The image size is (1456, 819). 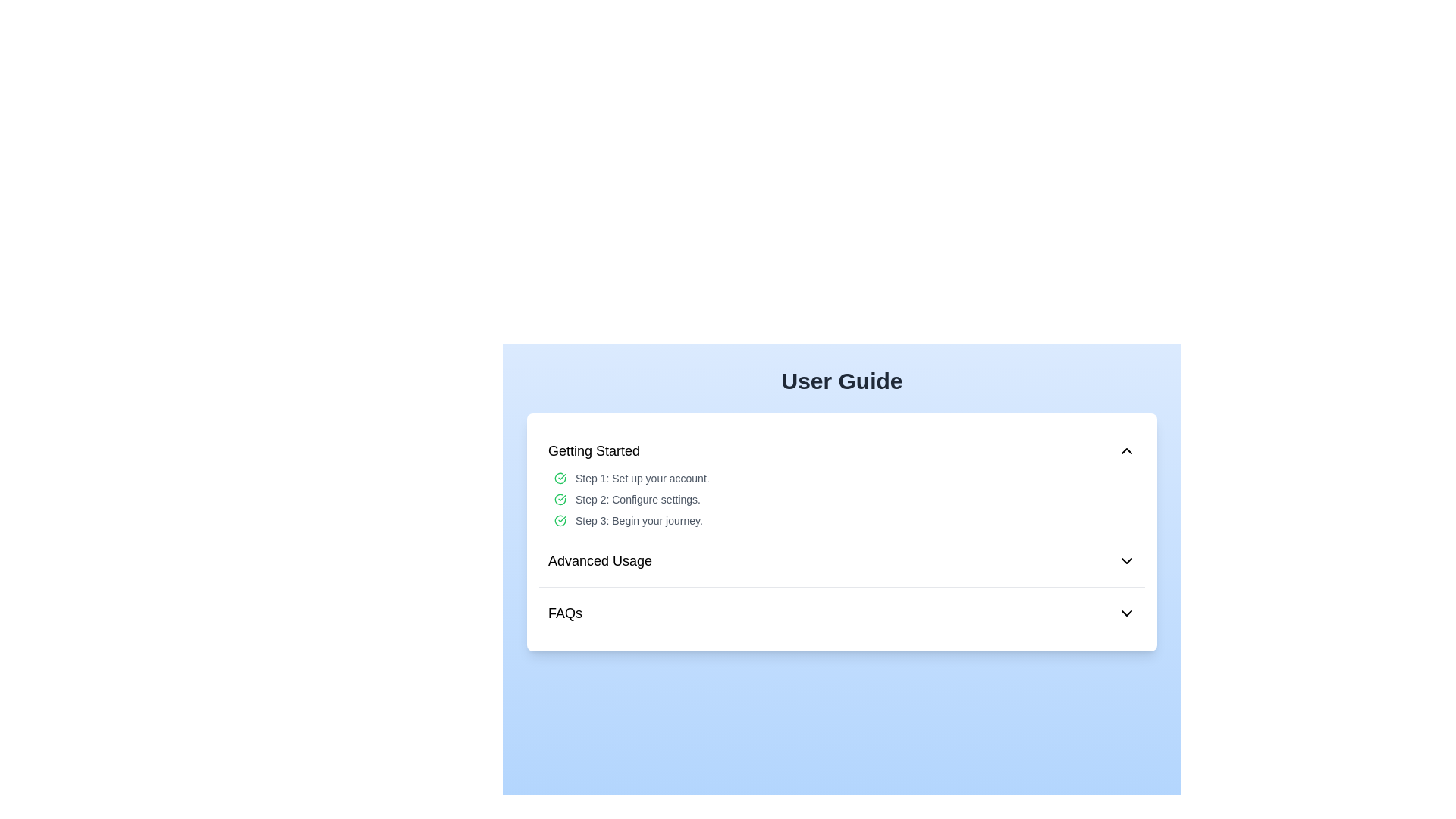 What do you see at coordinates (564, 613) in the screenshot?
I see `the 'FAQs' text label, which is prominently displayed in bold font under the 'Advanced Usage' section of the menu` at bounding box center [564, 613].